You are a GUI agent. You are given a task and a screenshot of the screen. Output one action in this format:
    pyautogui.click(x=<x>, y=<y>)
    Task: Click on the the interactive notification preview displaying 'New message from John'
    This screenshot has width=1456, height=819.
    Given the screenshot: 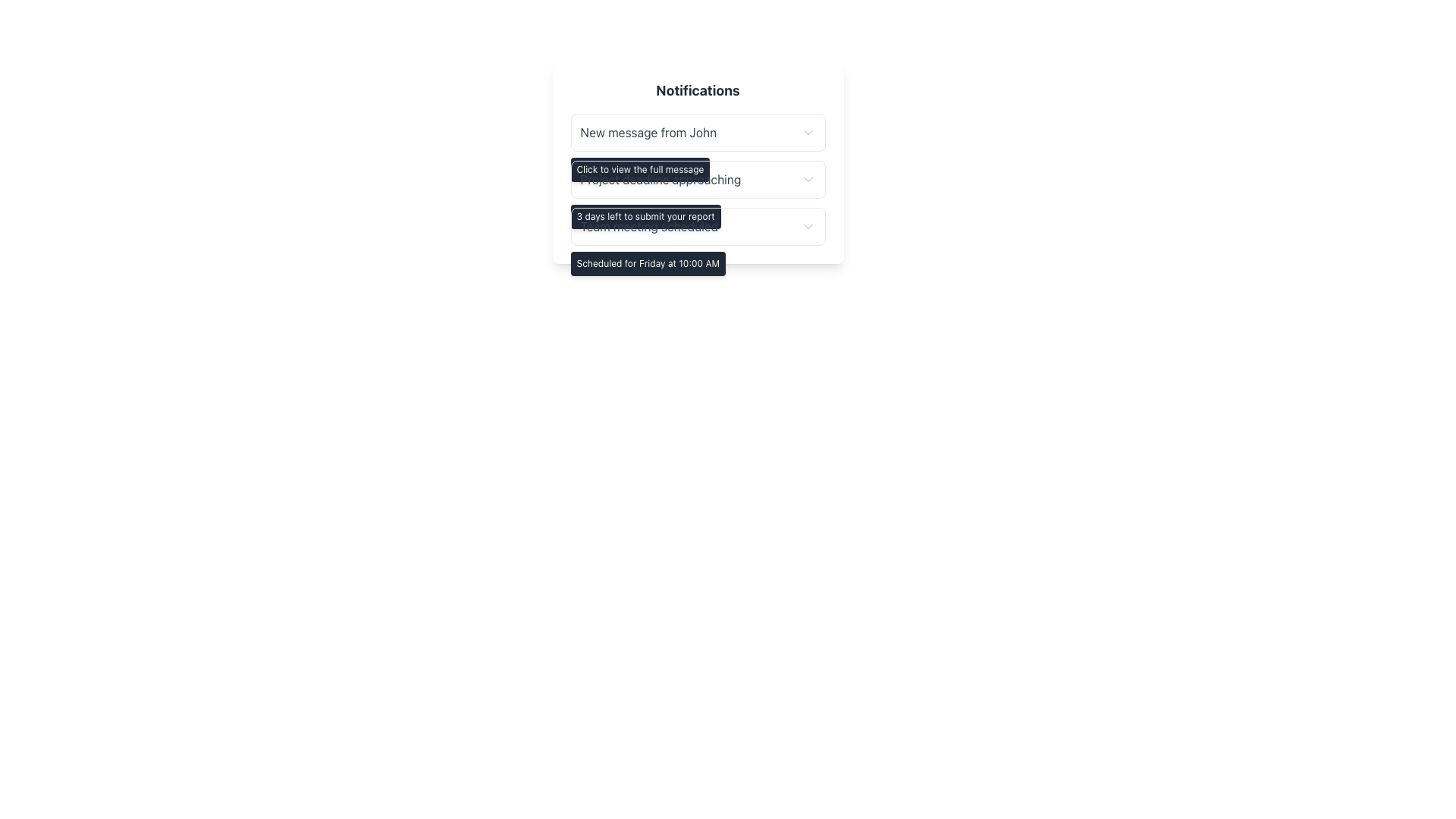 What is the action you would take?
    pyautogui.click(x=697, y=131)
    